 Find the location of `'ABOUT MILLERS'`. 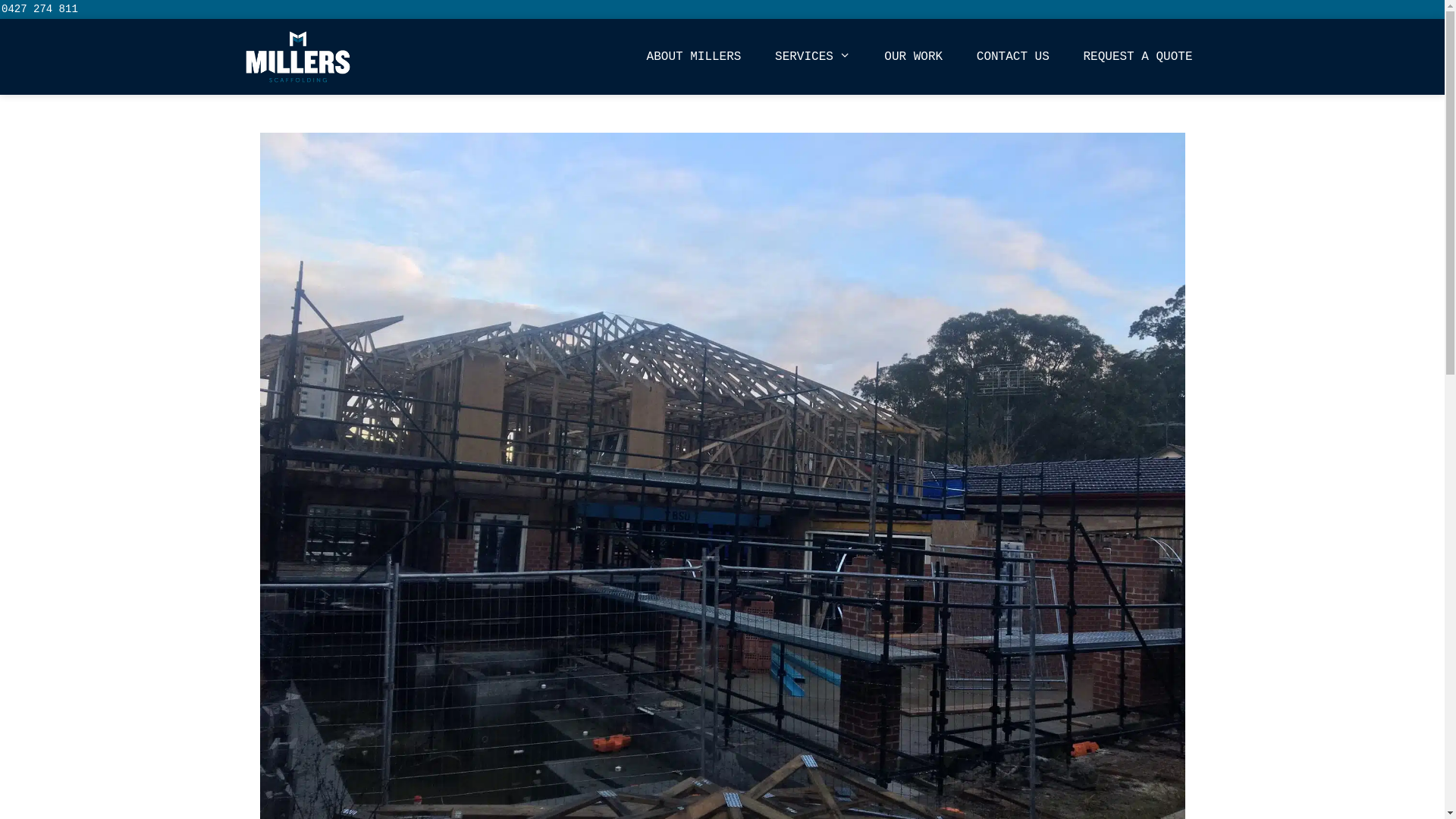

'ABOUT MILLERS' is located at coordinates (693, 55).